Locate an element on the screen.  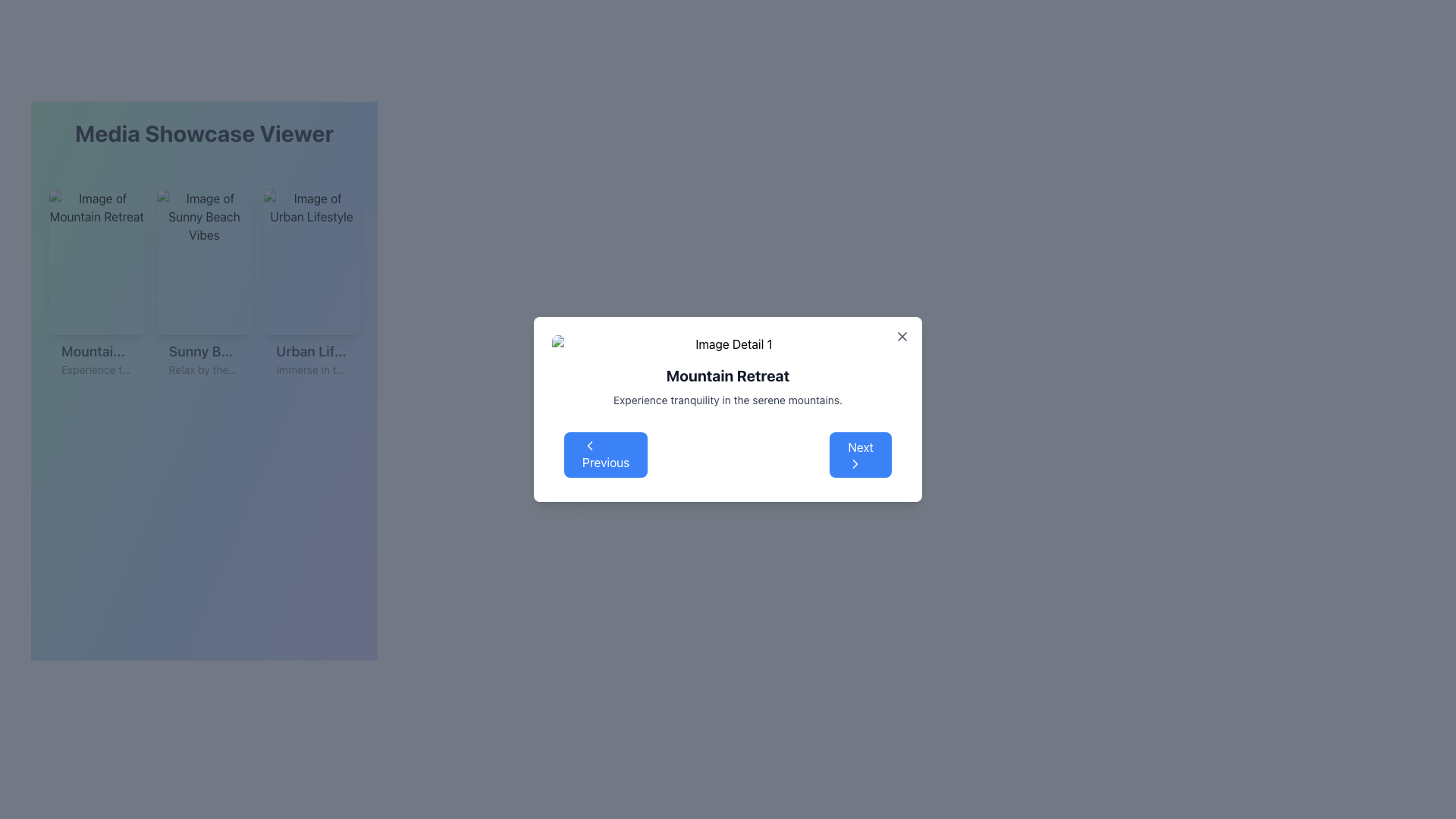
the bold blue 'Next' button with rounded corners, which contains white text and a rightward arrow icon is located at coordinates (861, 454).